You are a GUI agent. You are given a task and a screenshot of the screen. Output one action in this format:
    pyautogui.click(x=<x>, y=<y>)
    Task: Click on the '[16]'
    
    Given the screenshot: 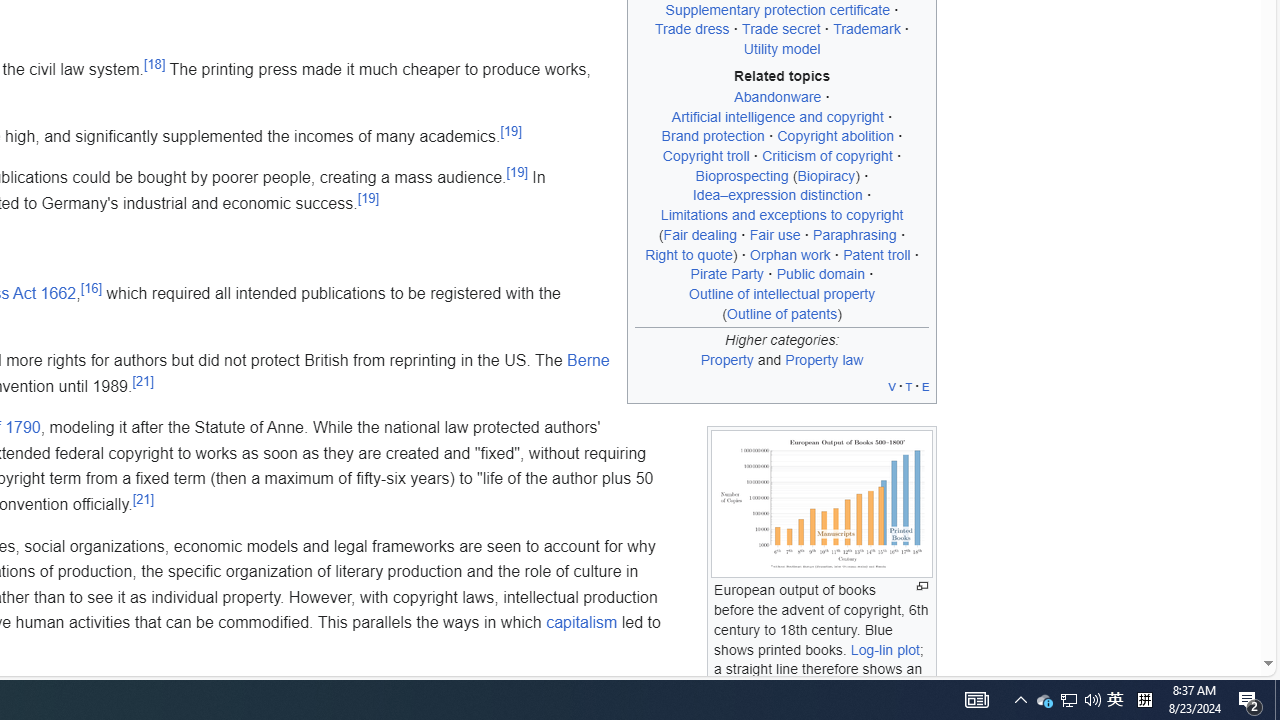 What is the action you would take?
    pyautogui.click(x=89, y=288)
    